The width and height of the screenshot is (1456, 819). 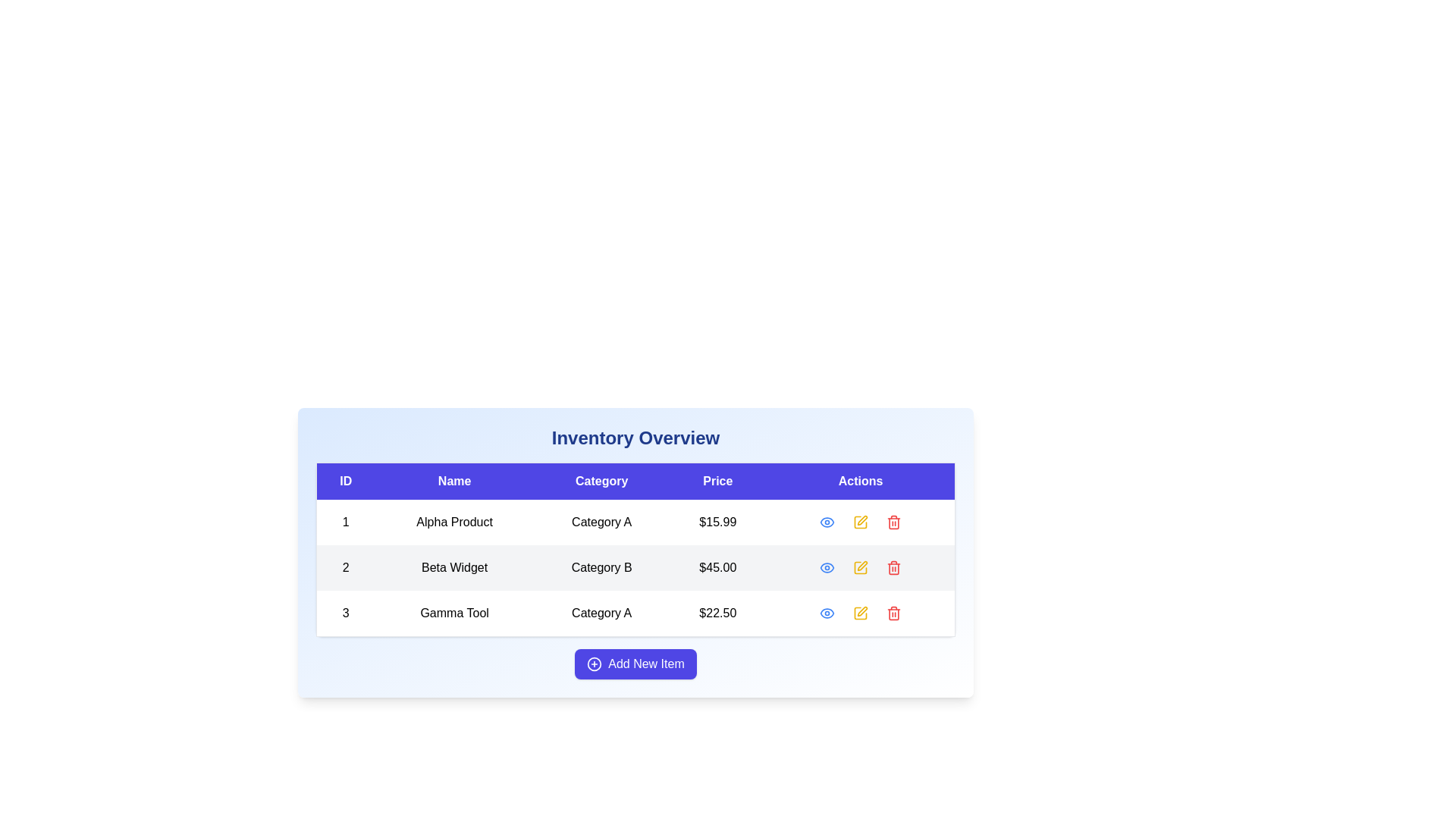 I want to click on the static text label displaying the price of the Alpha Product, located in the first row and fourth column of the inventory table, so click(x=717, y=522).